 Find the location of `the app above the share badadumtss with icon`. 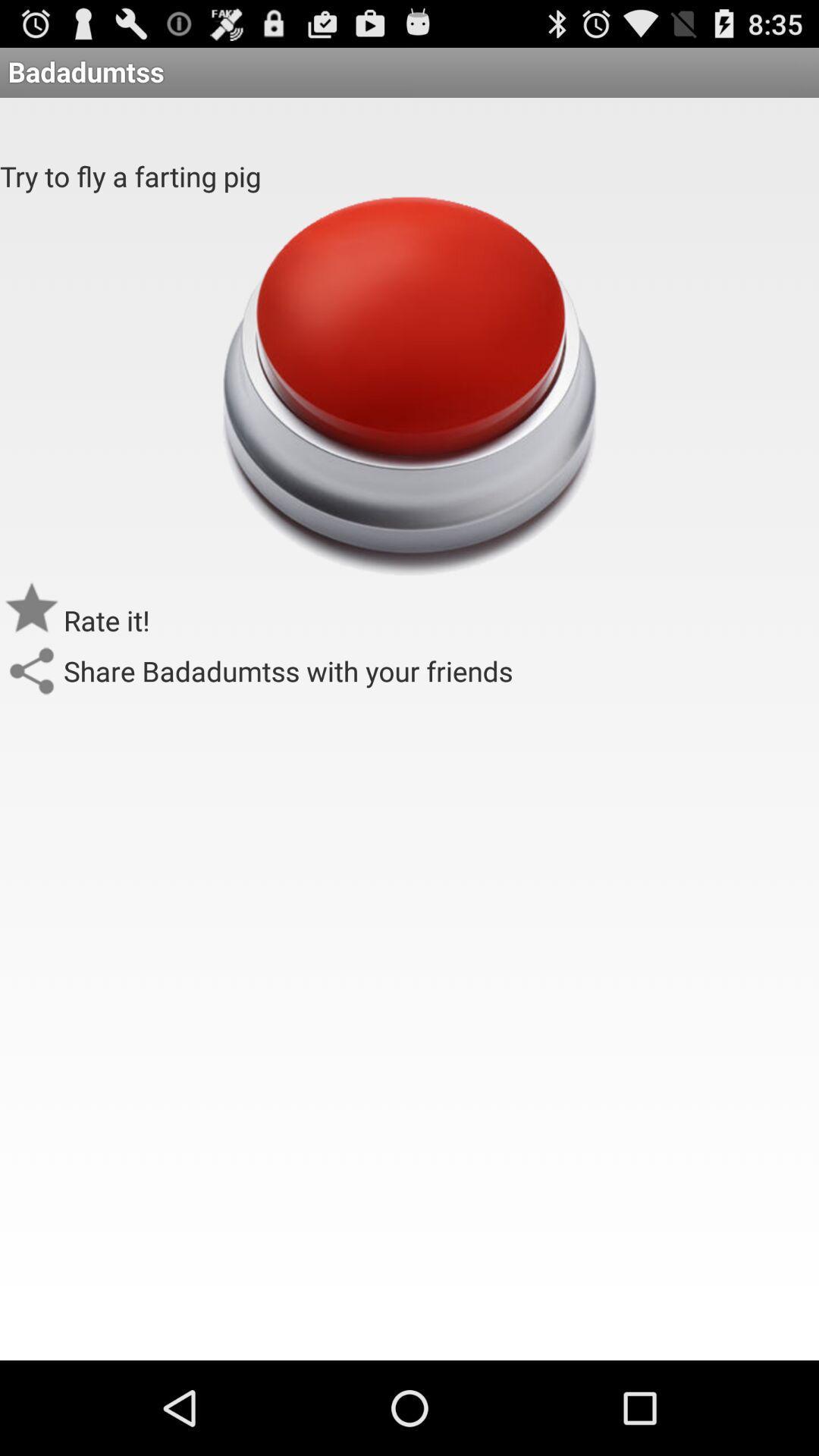

the app above the share badadumtss with icon is located at coordinates (408, 385).